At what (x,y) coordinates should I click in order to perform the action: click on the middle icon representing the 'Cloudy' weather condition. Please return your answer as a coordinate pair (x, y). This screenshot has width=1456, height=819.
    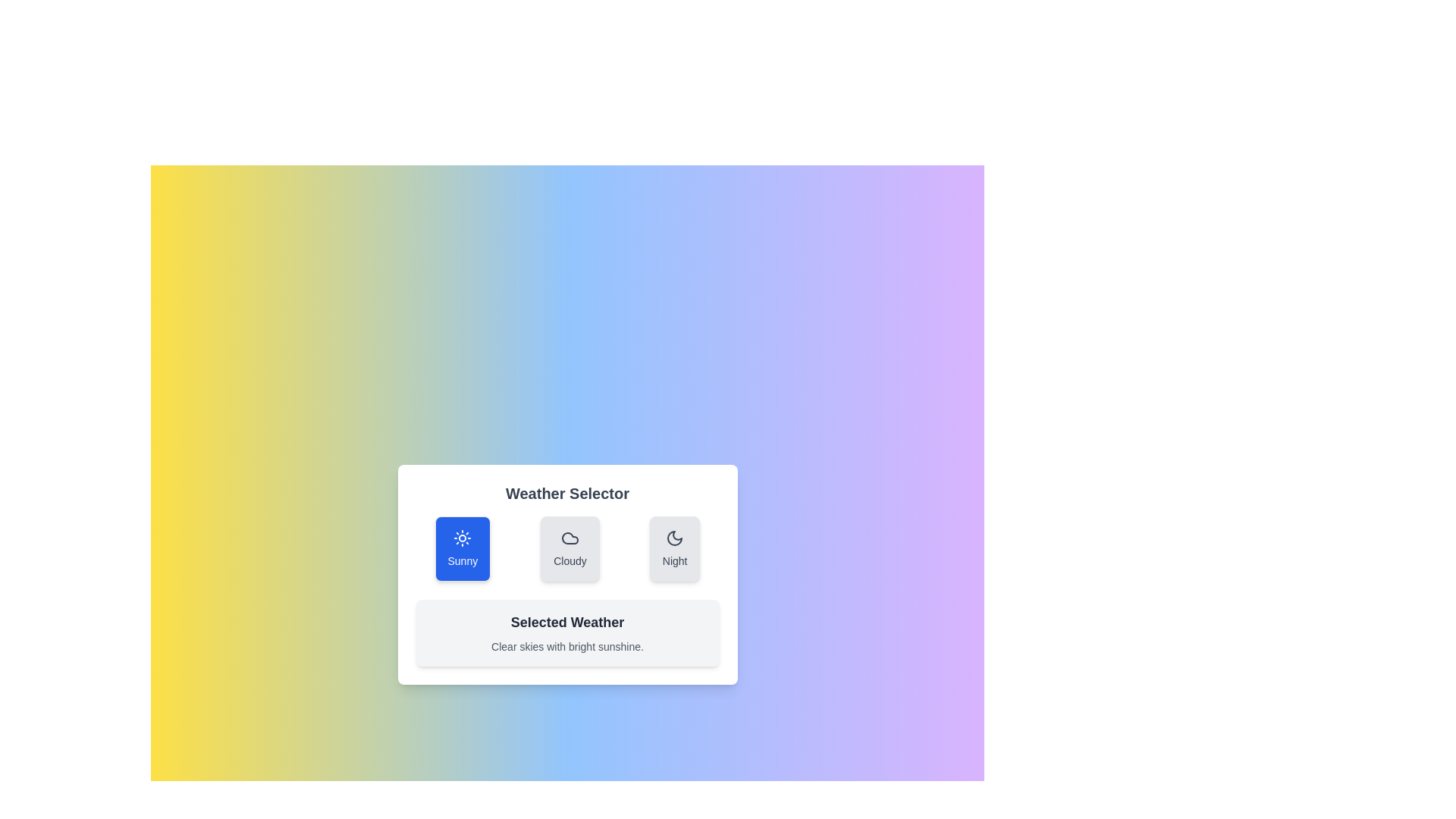
    Looking at the image, I should click on (570, 537).